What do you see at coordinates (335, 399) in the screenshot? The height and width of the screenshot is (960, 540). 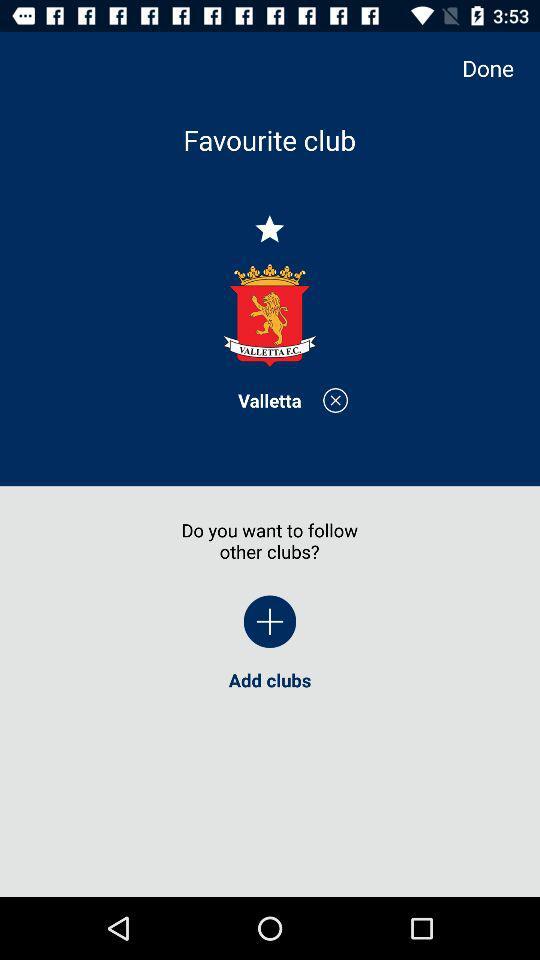 I see `the close icon` at bounding box center [335, 399].